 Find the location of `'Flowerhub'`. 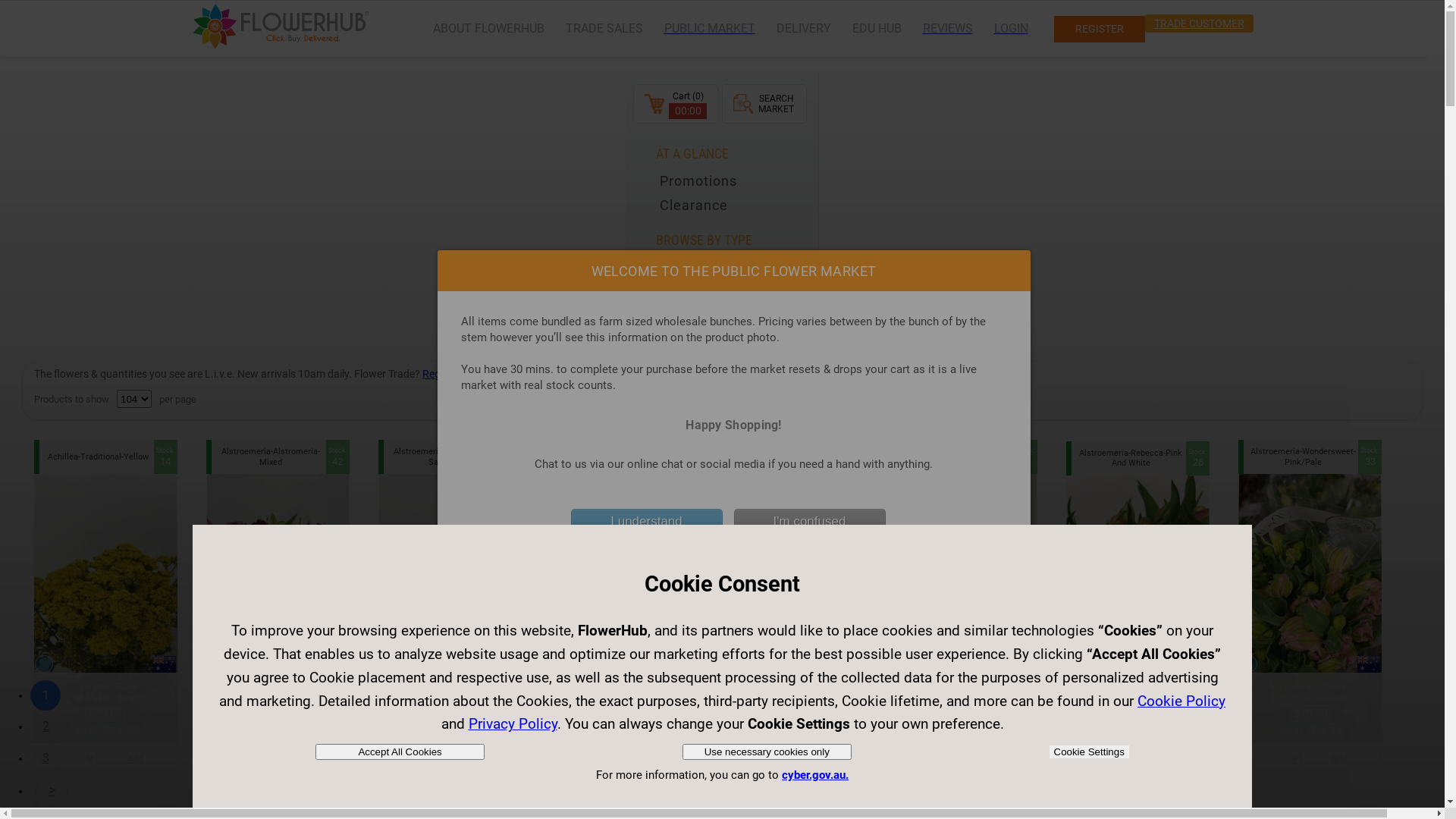

'Flowerhub' is located at coordinates (279, 26).